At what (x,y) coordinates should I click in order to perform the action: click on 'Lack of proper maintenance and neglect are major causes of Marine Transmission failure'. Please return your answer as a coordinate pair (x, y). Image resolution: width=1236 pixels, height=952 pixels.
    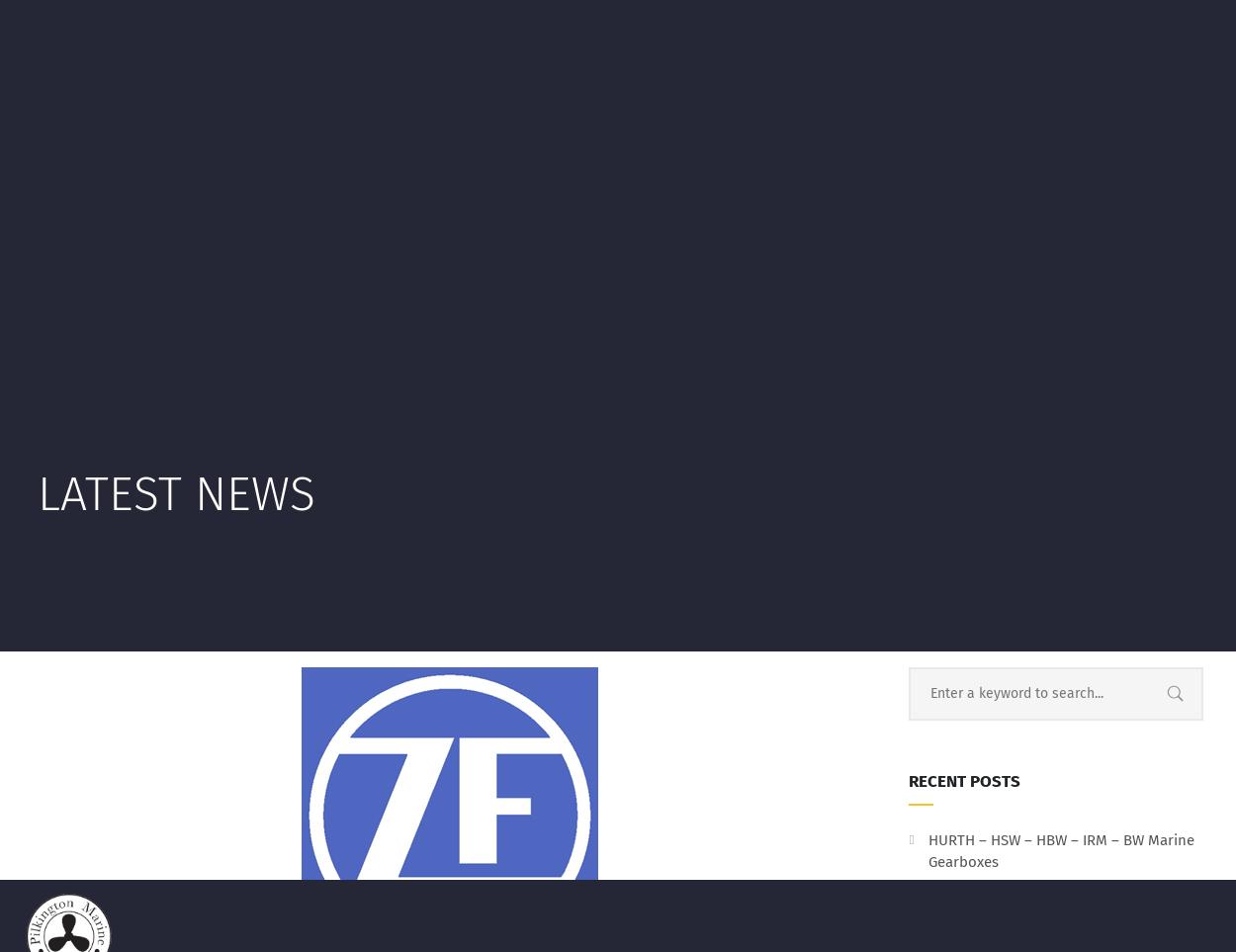
    Looking at the image, I should click on (1045, 184).